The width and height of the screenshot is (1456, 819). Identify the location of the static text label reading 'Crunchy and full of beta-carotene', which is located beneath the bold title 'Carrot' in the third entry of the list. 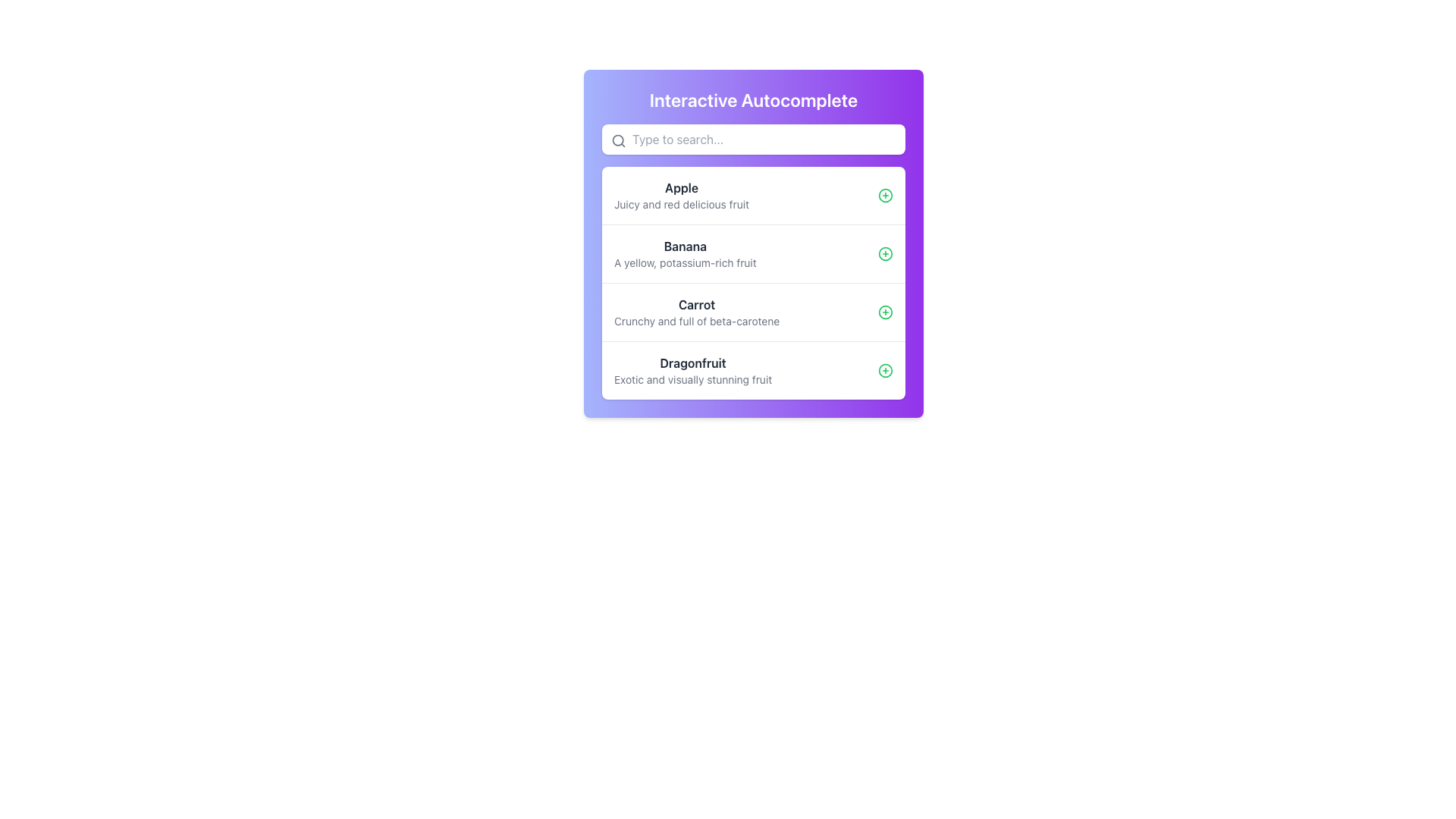
(696, 321).